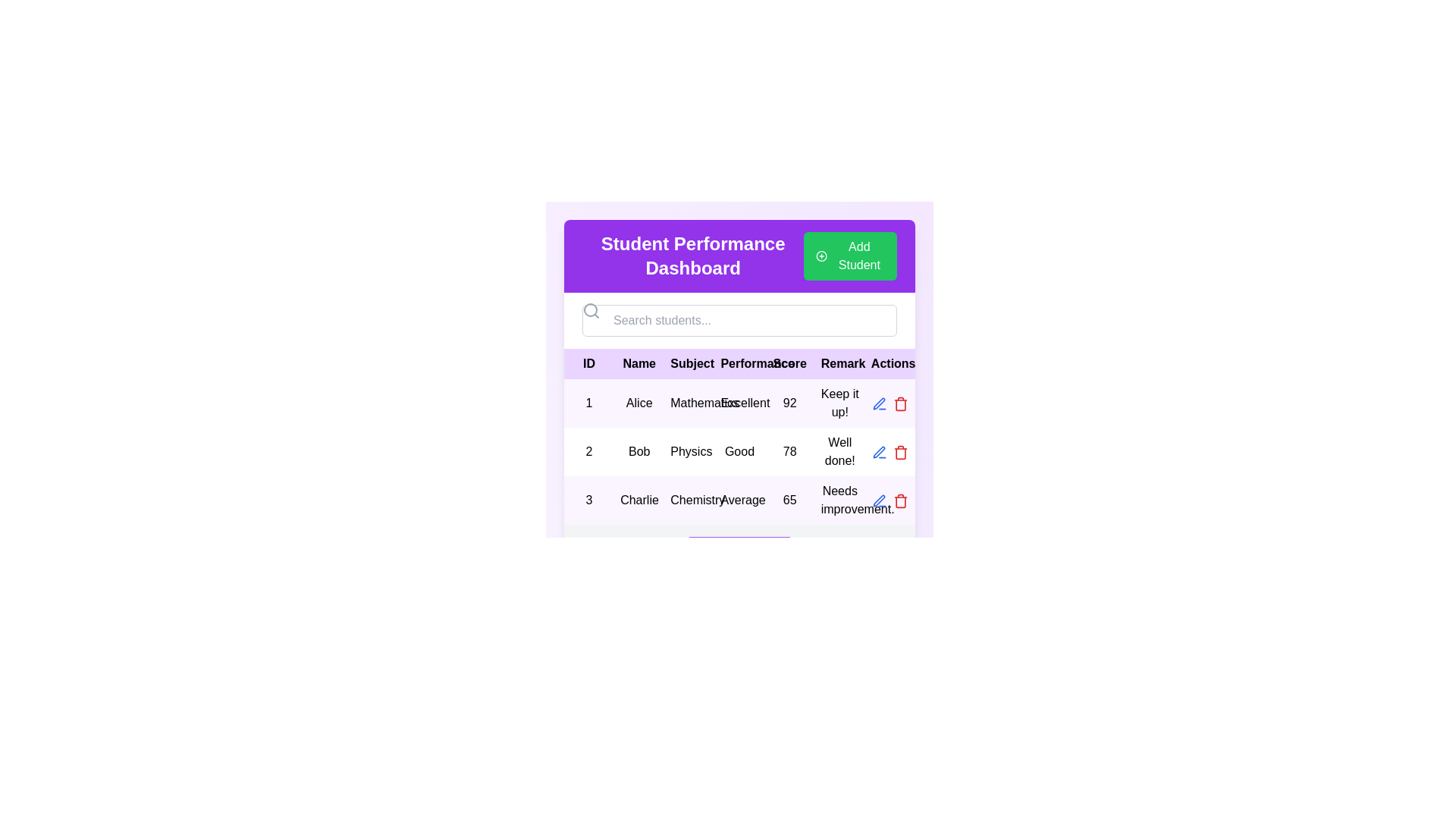 The image size is (1456, 819). I want to click on the text display element that shows the value '92' in the 'Score' column, which is located in the first row of the table between 'Performance' and 'Remark' columns, so click(789, 403).